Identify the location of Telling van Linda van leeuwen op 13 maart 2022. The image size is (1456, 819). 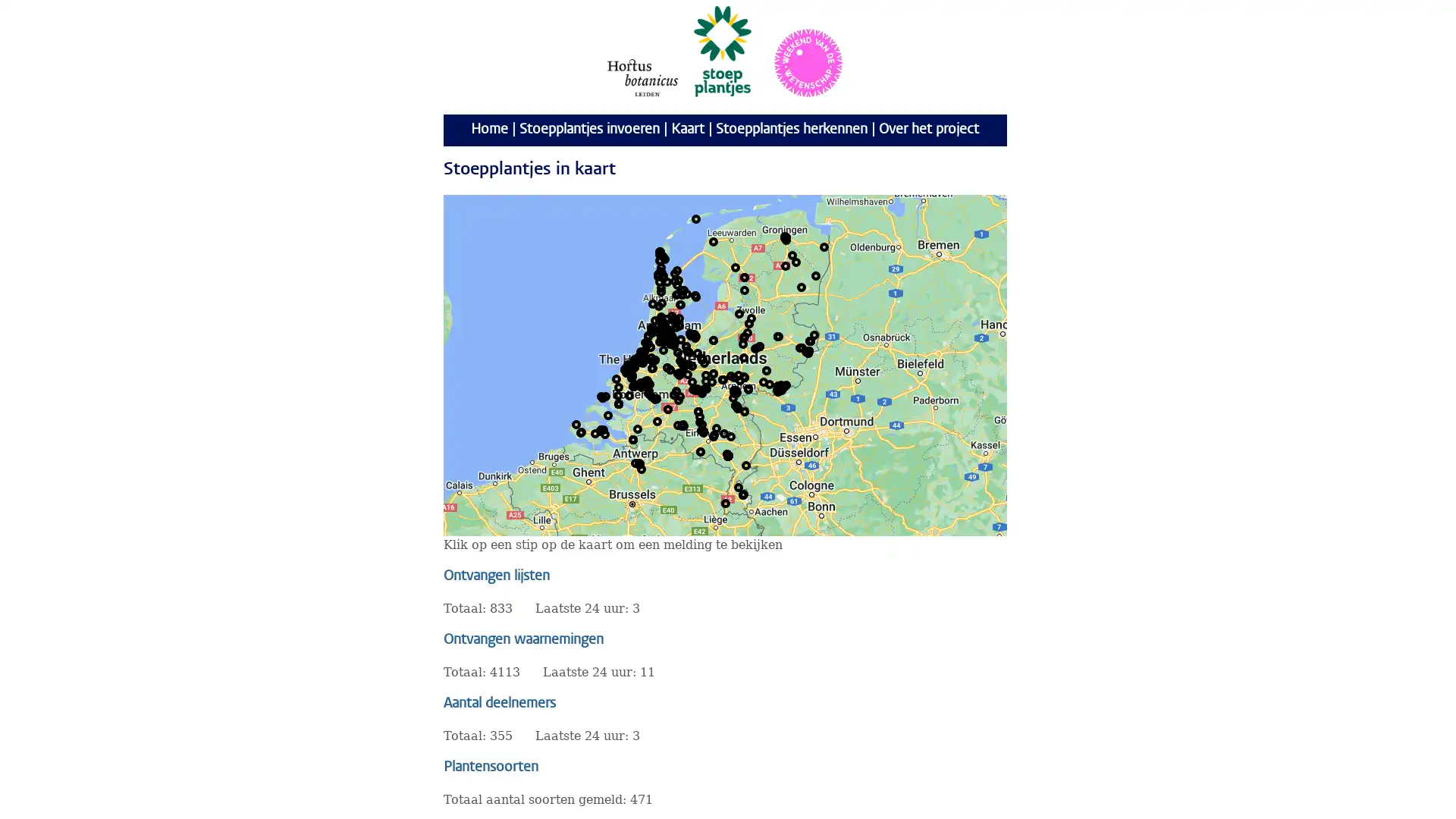
(632, 375).